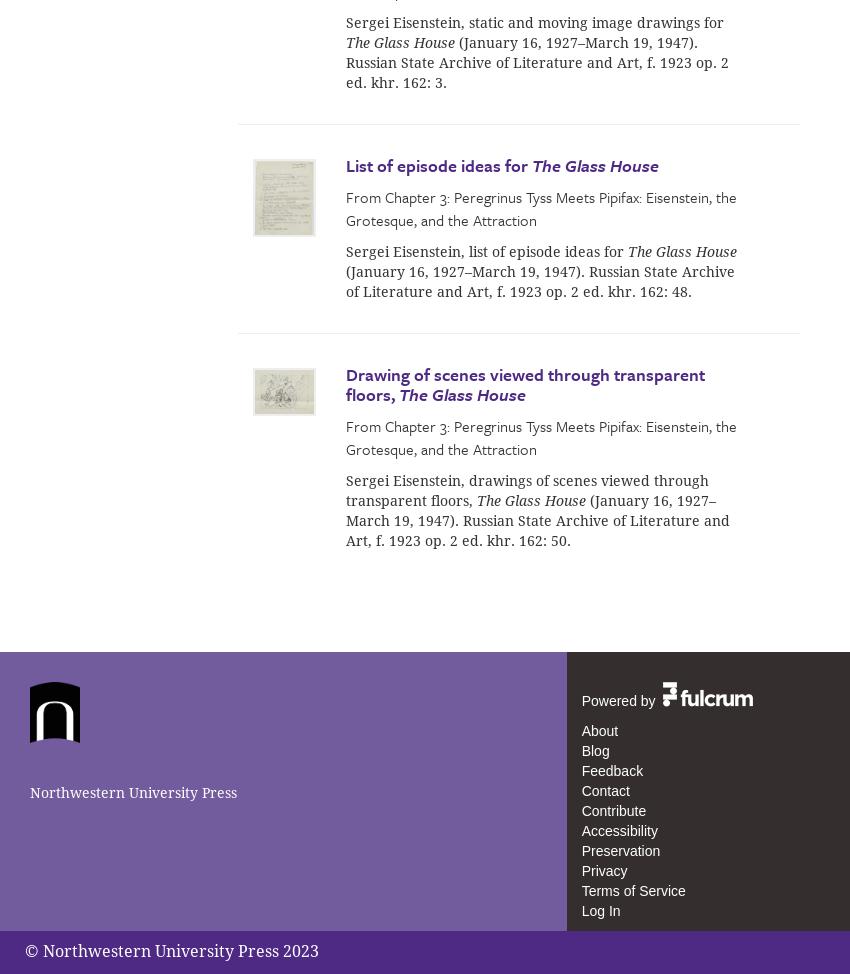 The height and width of the screenshot is (974, 850). I want to click on 'Sergei Eisenstein, list of episode ideas for', so click(345, 249).